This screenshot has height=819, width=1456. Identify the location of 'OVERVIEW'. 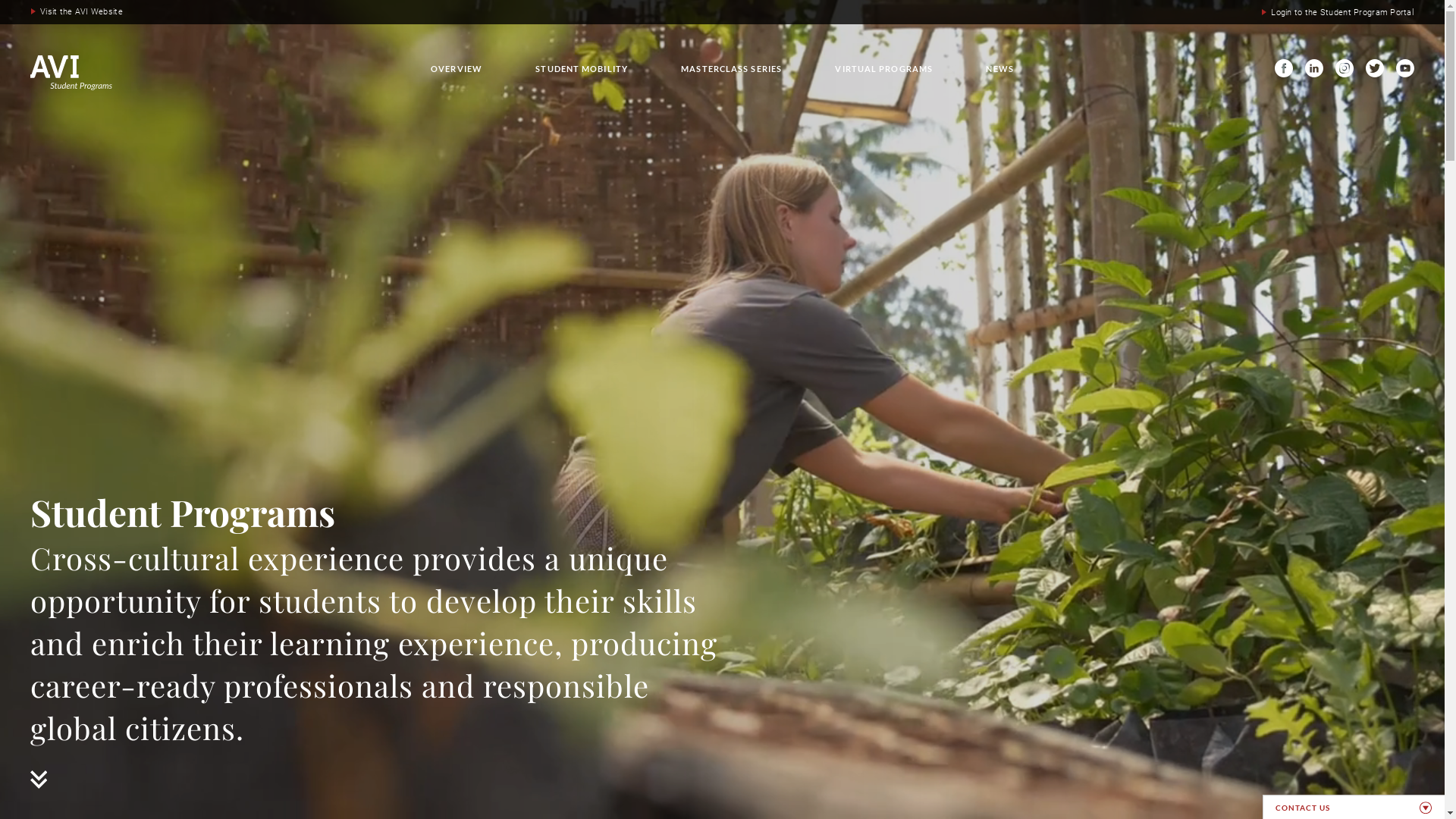
(455, 68).